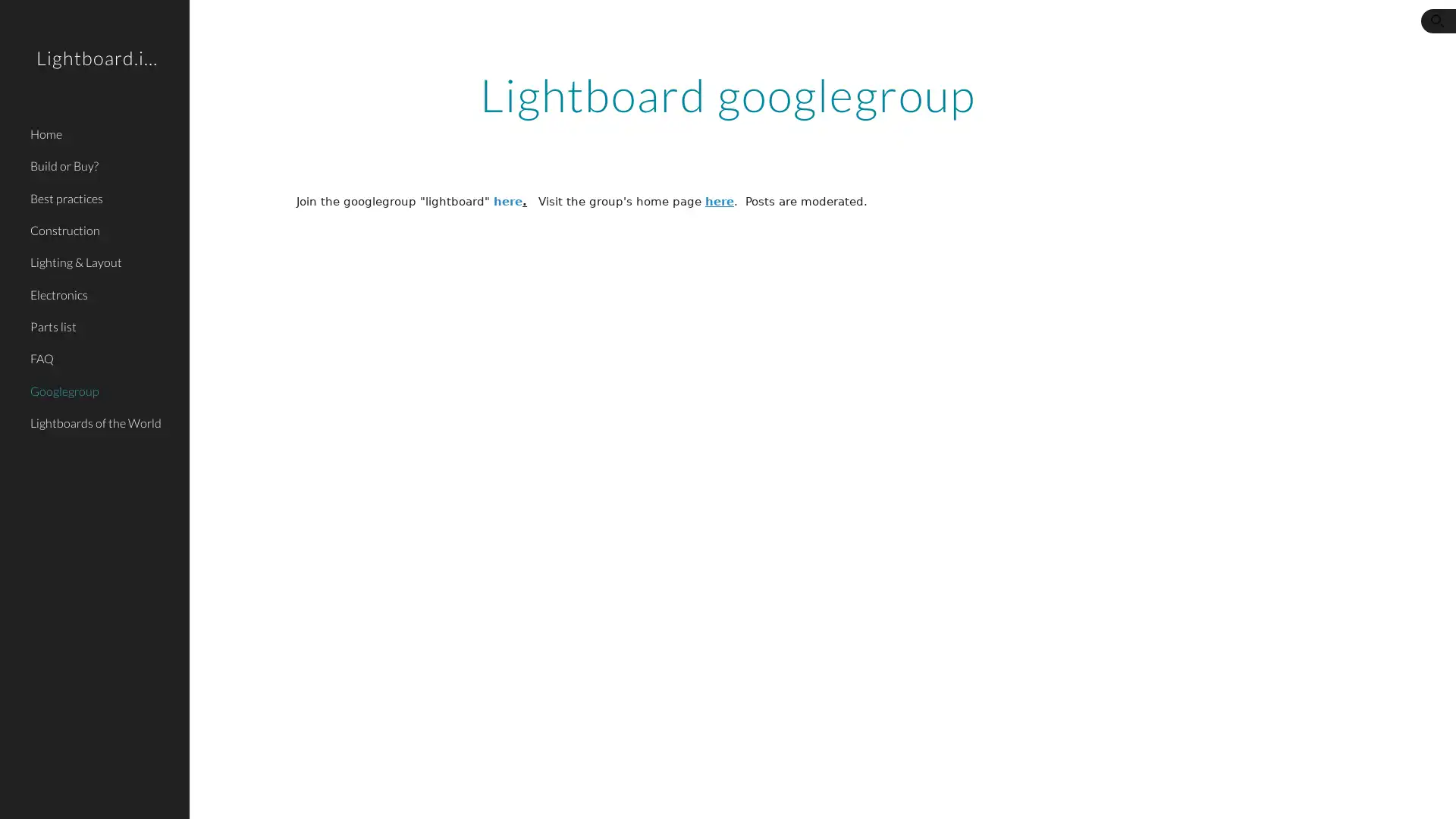 The width and height of the screenshot is (1456, 819). Describe the element at coordinates (372, 792) in the screenshot. I see `Report abuse` at that location.